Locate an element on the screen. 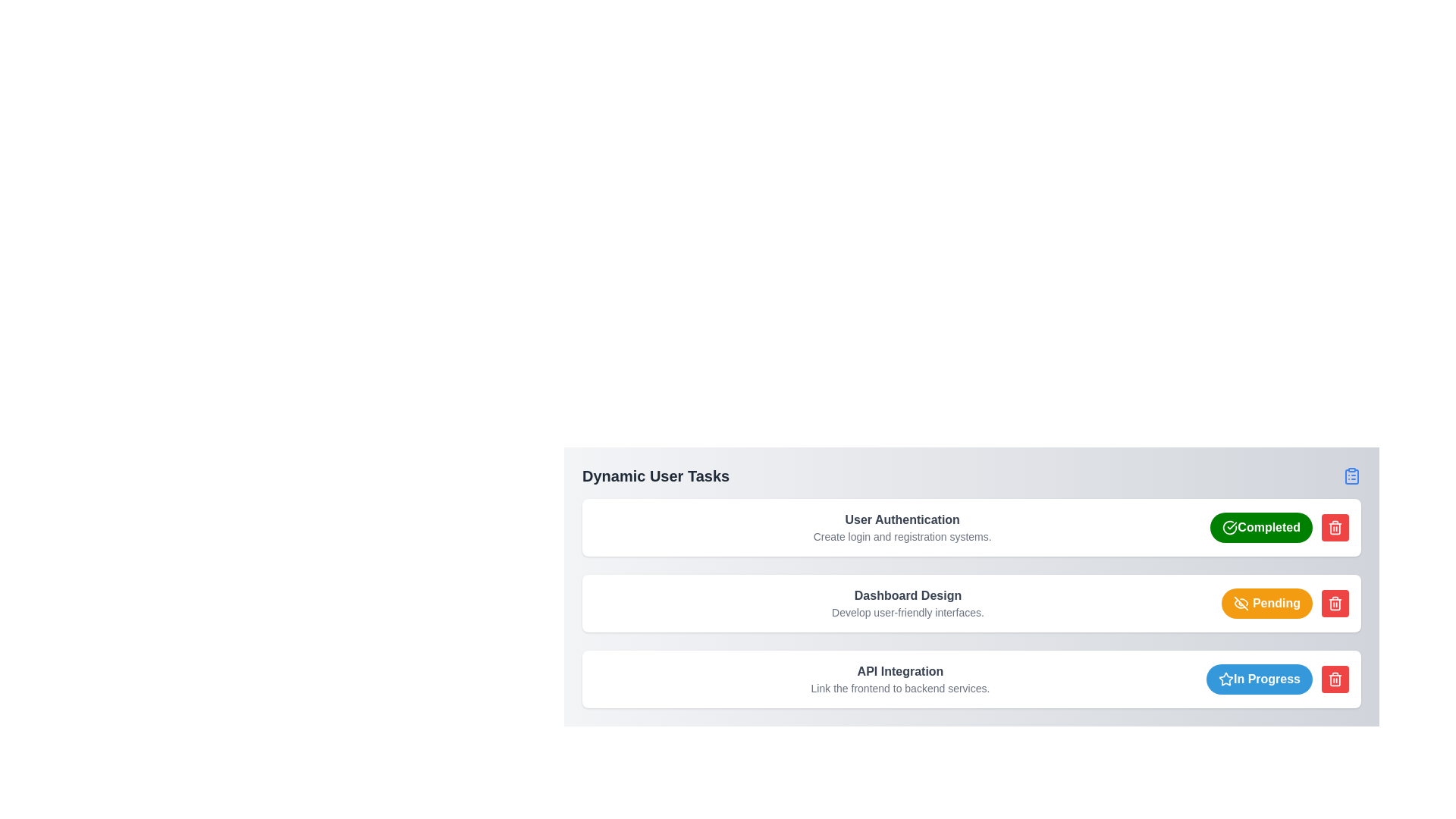 The image size is (1456, 819). the text label or heading that provides a brief description of the task's purpose, located under 'Dashboard Design' in the 'Dynamic User Tasks' list is located at coordinates (900, 671).